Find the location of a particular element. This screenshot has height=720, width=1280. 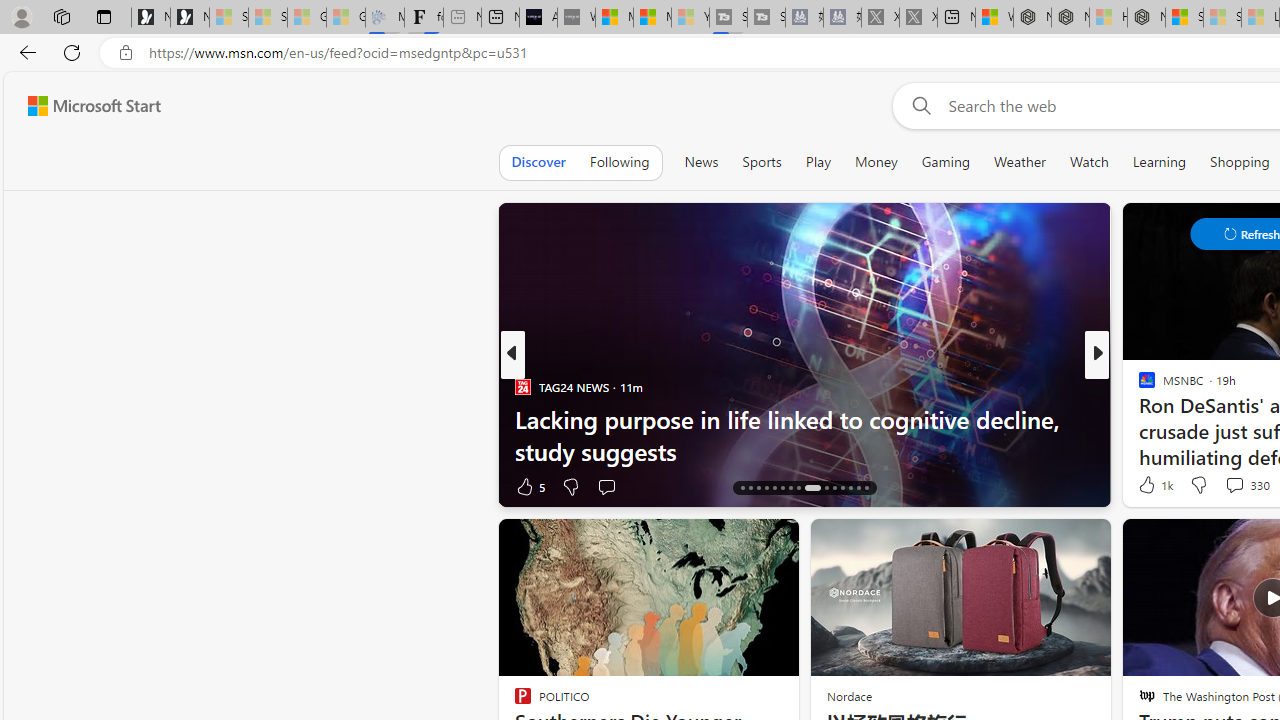

'Nordace - Nordace Siena Is Not An Ordinary Backpack' is located at coordinates (1146, 17).